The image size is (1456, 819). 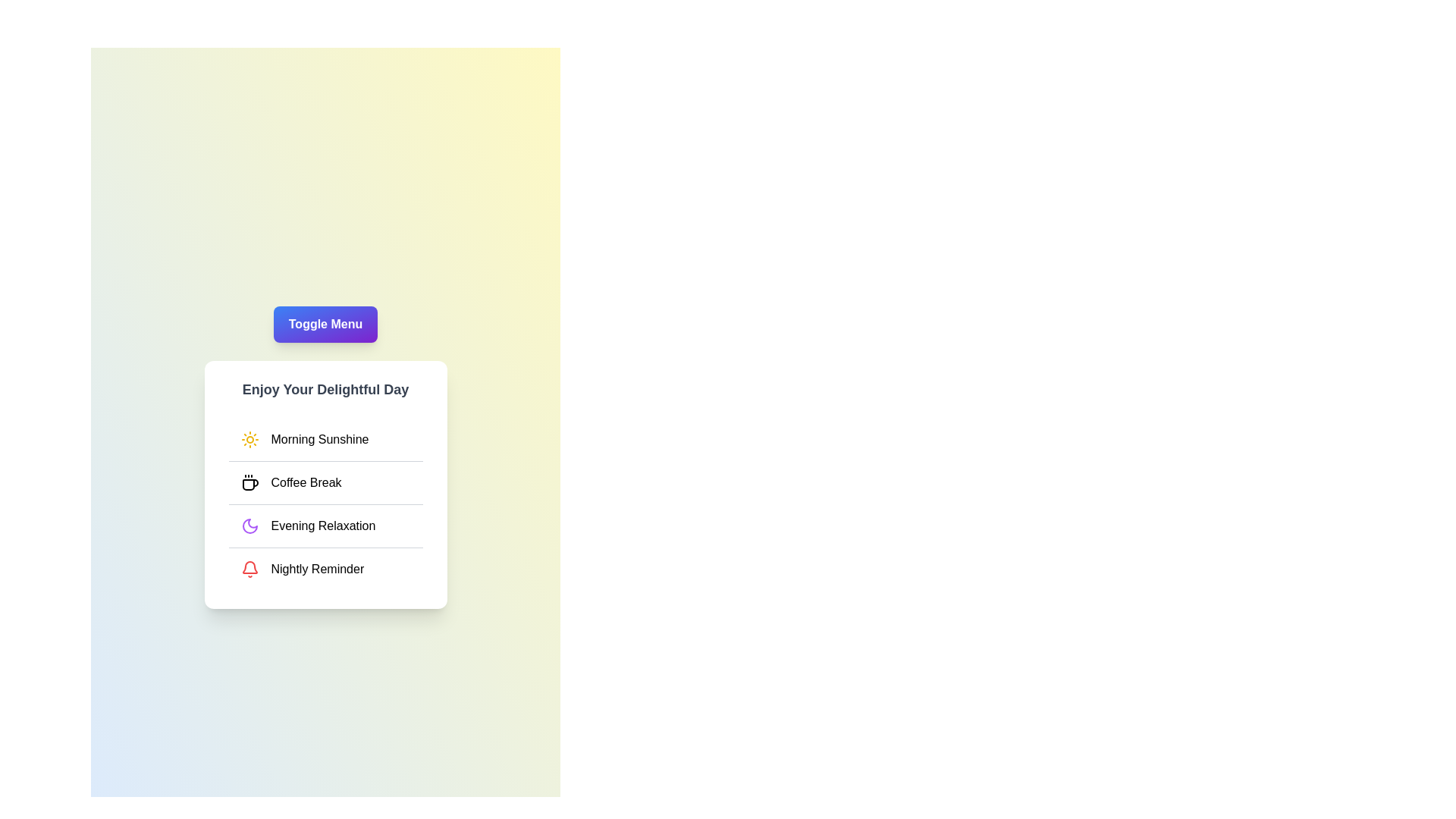 What do you see at coordinates (325, 525) in the screenshot?
I see `the menu item Evening Relaxation` at bounding box center [325, 525].